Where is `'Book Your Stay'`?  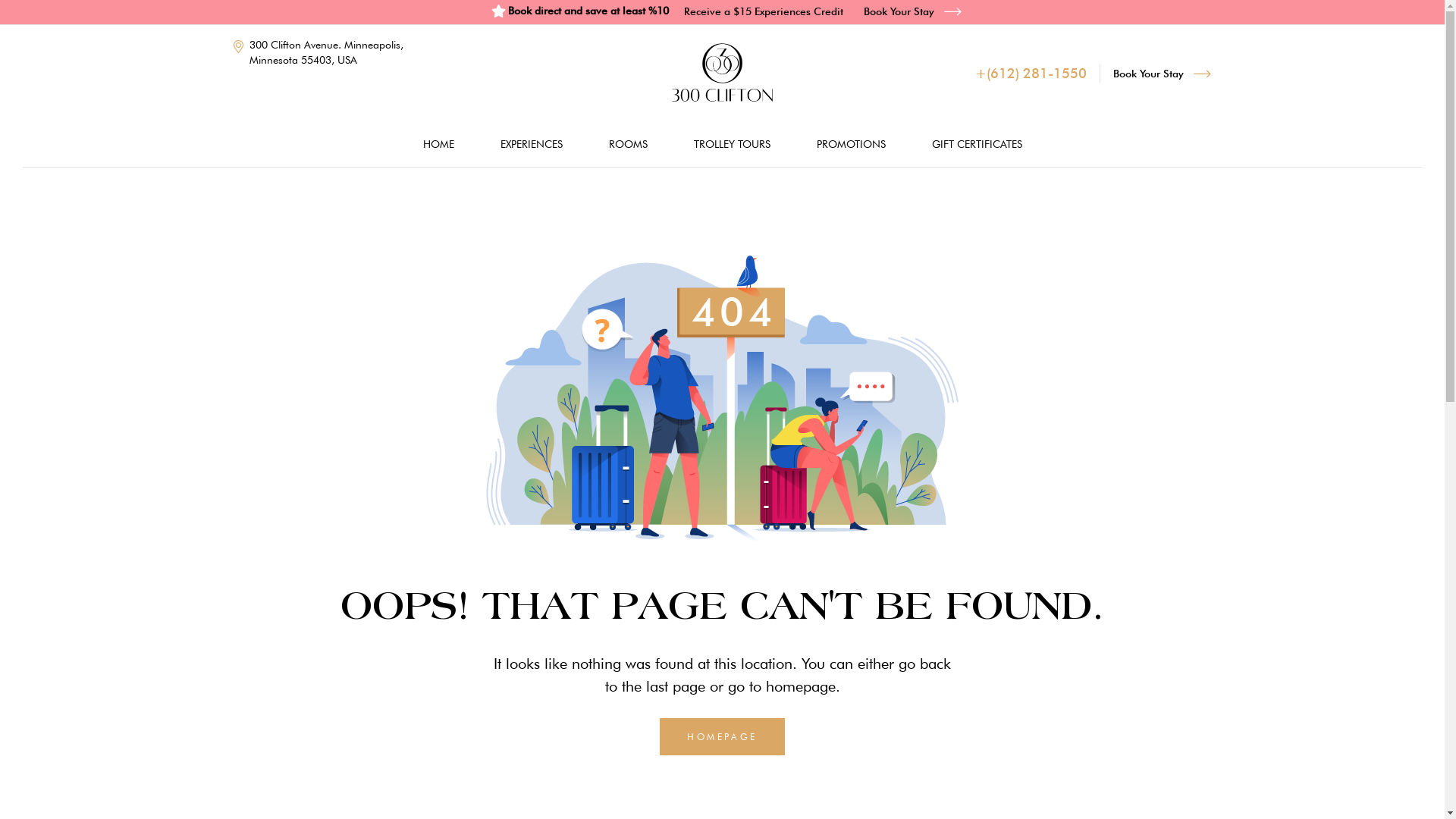
'Book Your Stay' is located at coordinates (1161, 73).